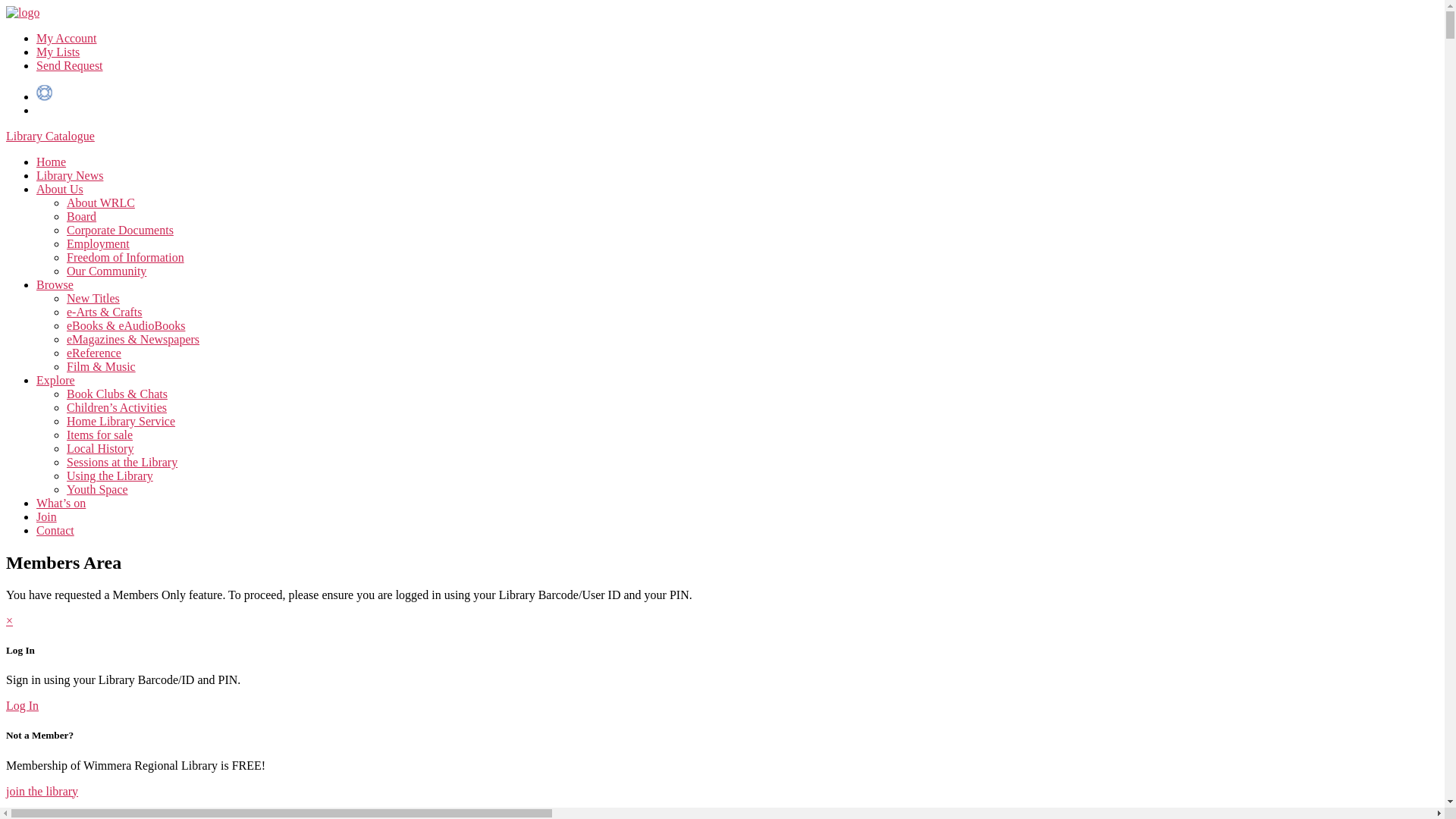 The image size is (1456, 819). I want to click on 'Corporate Documents', so click(119, 230).